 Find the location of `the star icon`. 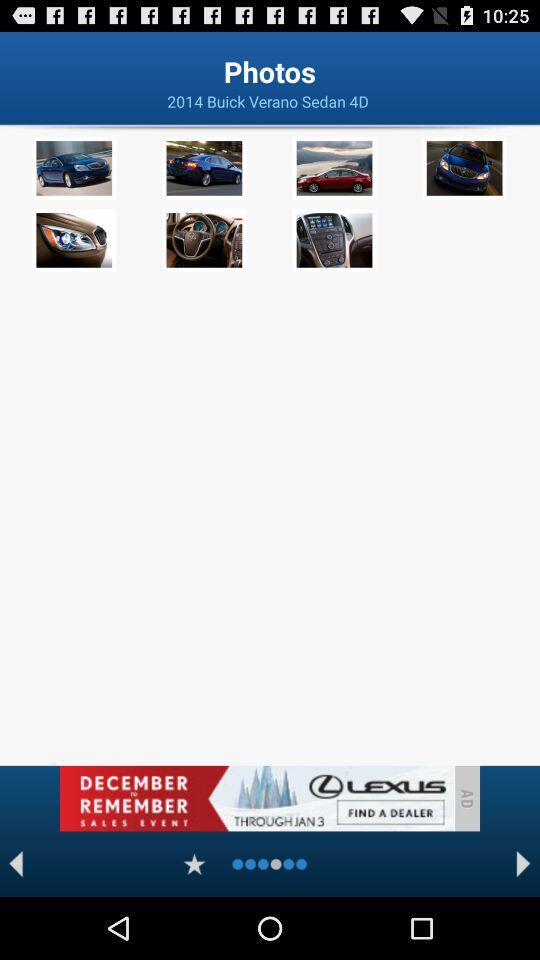

the star icon is located at coordinates (194, 924).